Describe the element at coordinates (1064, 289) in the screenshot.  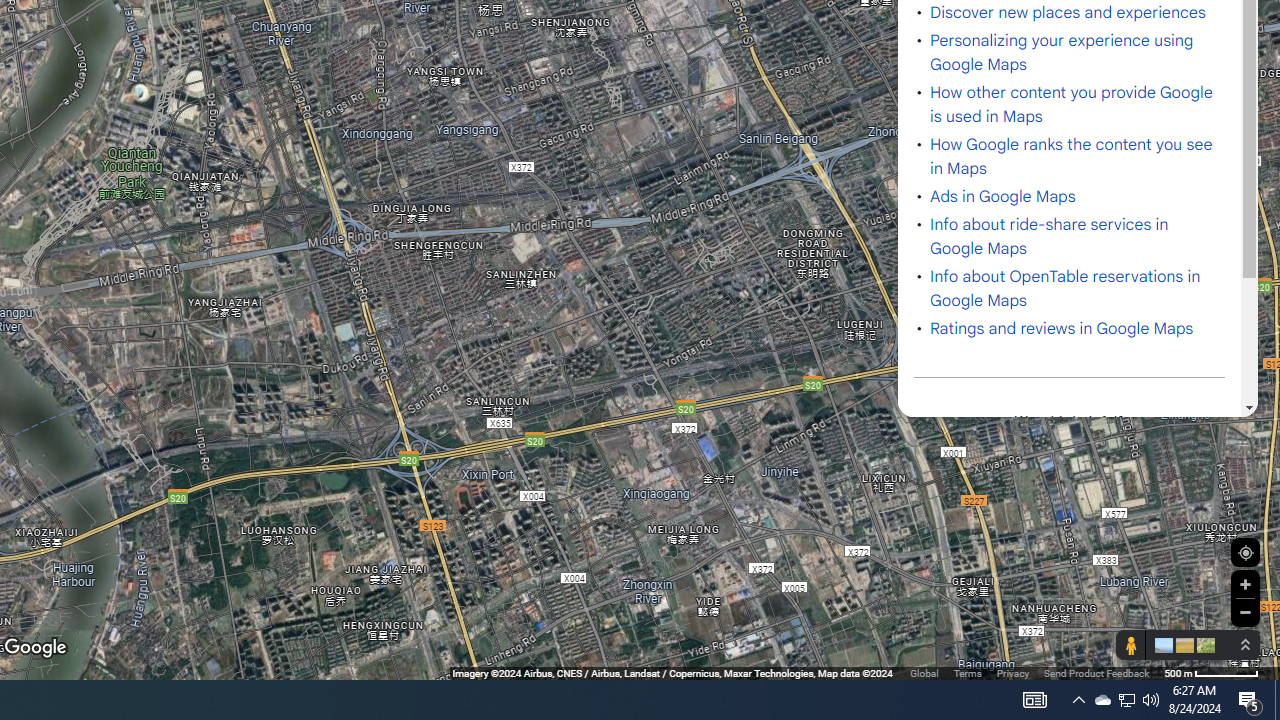
I see `'Info about OpenTable reservations in Google Maps'` at that location.